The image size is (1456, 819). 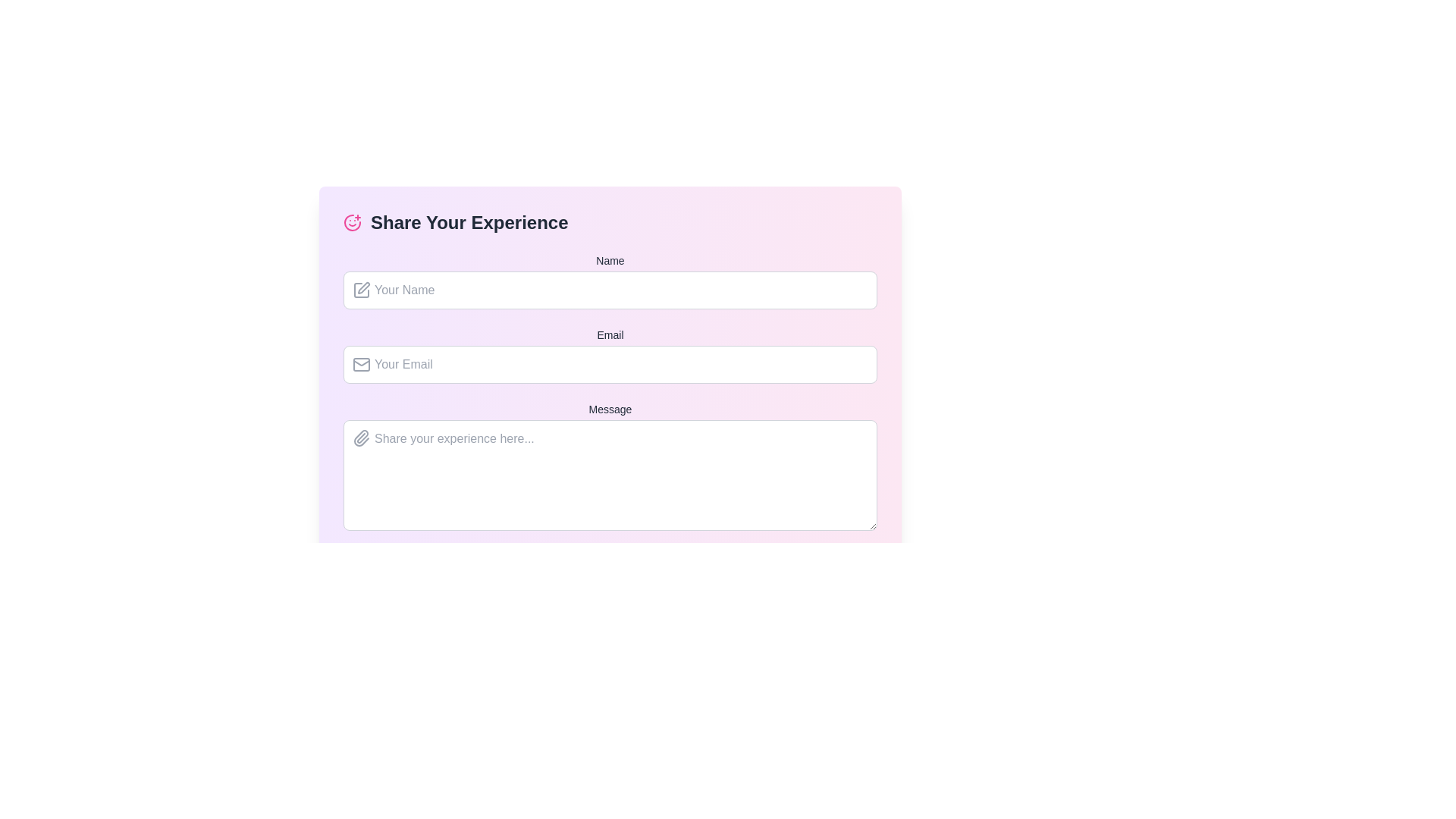 I want to click on the pink circular arc element that is part of a smiling face icon, located to the top left of the 'Share Your Experience' form, so click(x=352, y=222).